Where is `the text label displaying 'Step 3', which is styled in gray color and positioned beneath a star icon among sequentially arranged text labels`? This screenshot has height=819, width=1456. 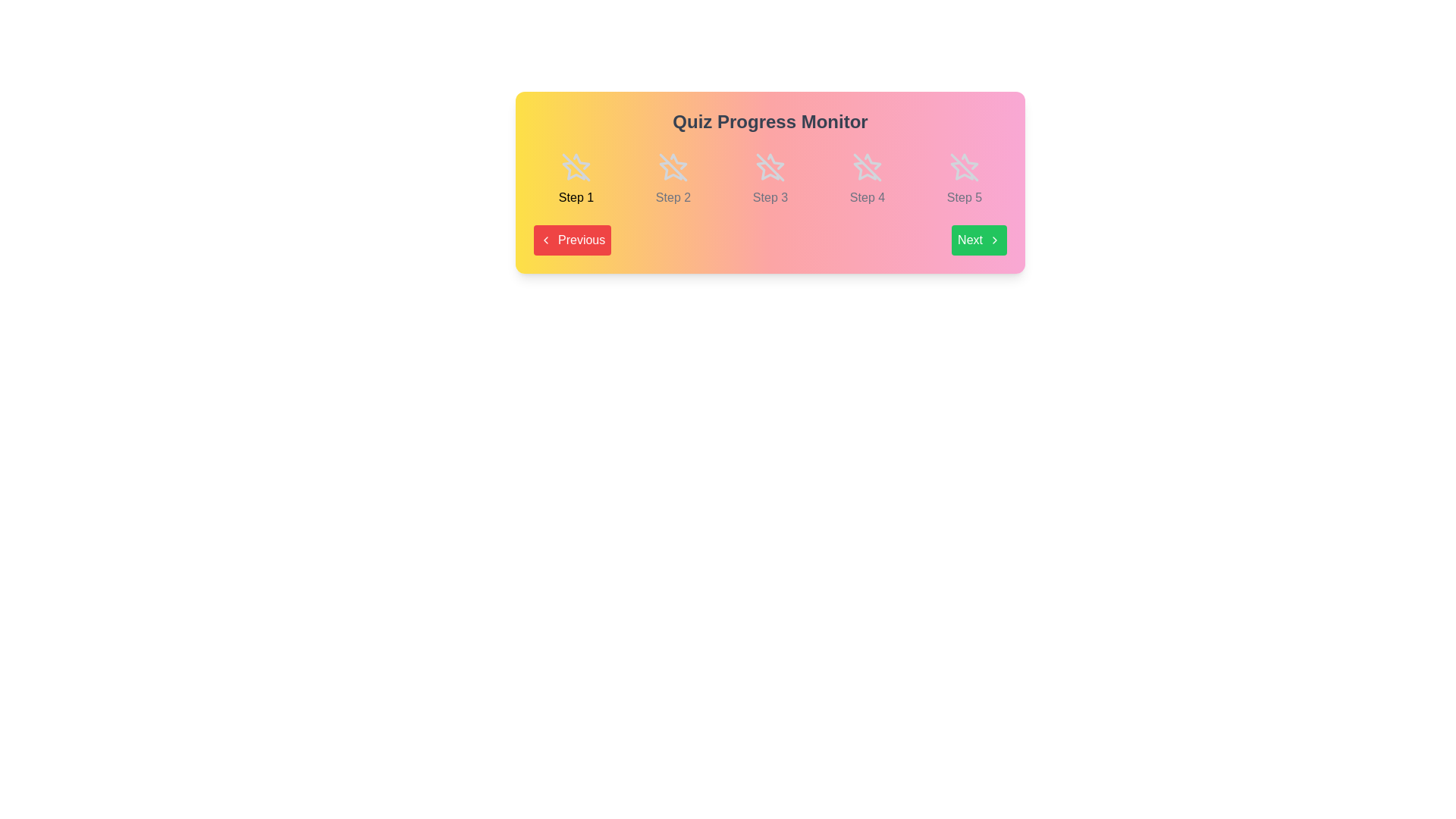 the text label displaying 'Step 3', which is styled in gray color and positioned beneath a star icon among sequentially arranged text labels is located at coordinates (770, 197).